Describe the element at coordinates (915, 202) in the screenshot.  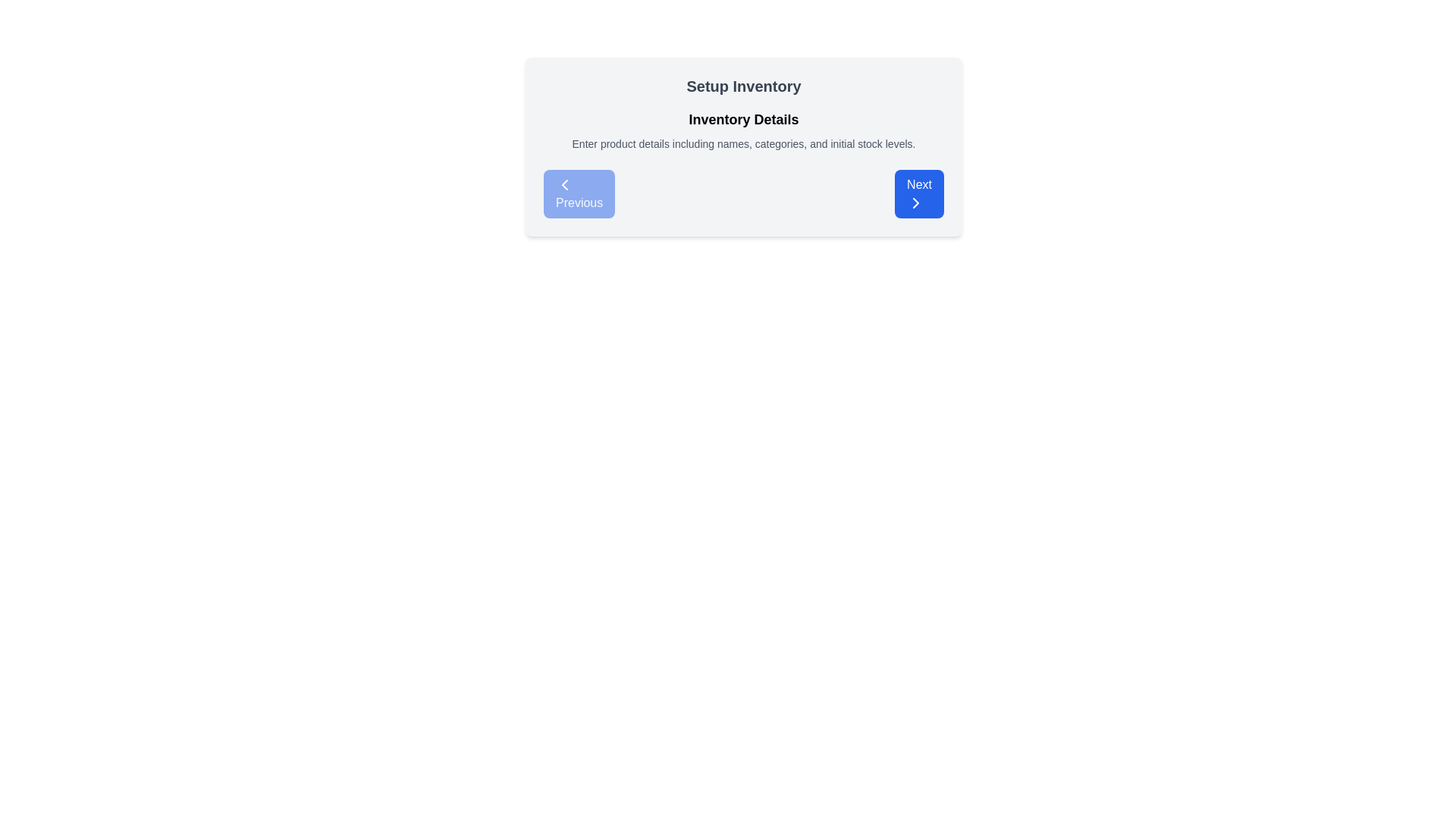
I see `the rightward arrow icon within the blue 'Next' button, which is centrally positioned and labeled, located in the bottom-right quadrant of the modal` at that location.